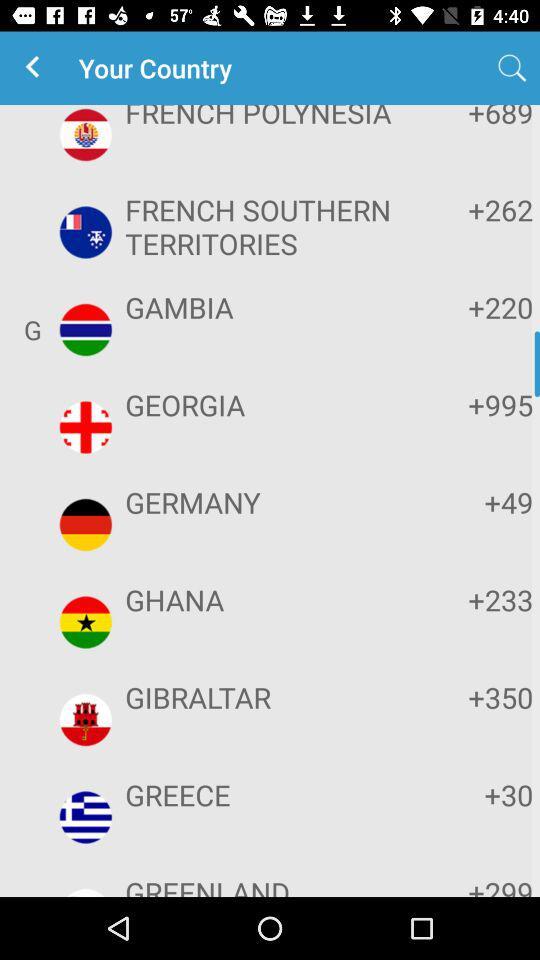  I want to click on the app next to your country, so click(36, 68).